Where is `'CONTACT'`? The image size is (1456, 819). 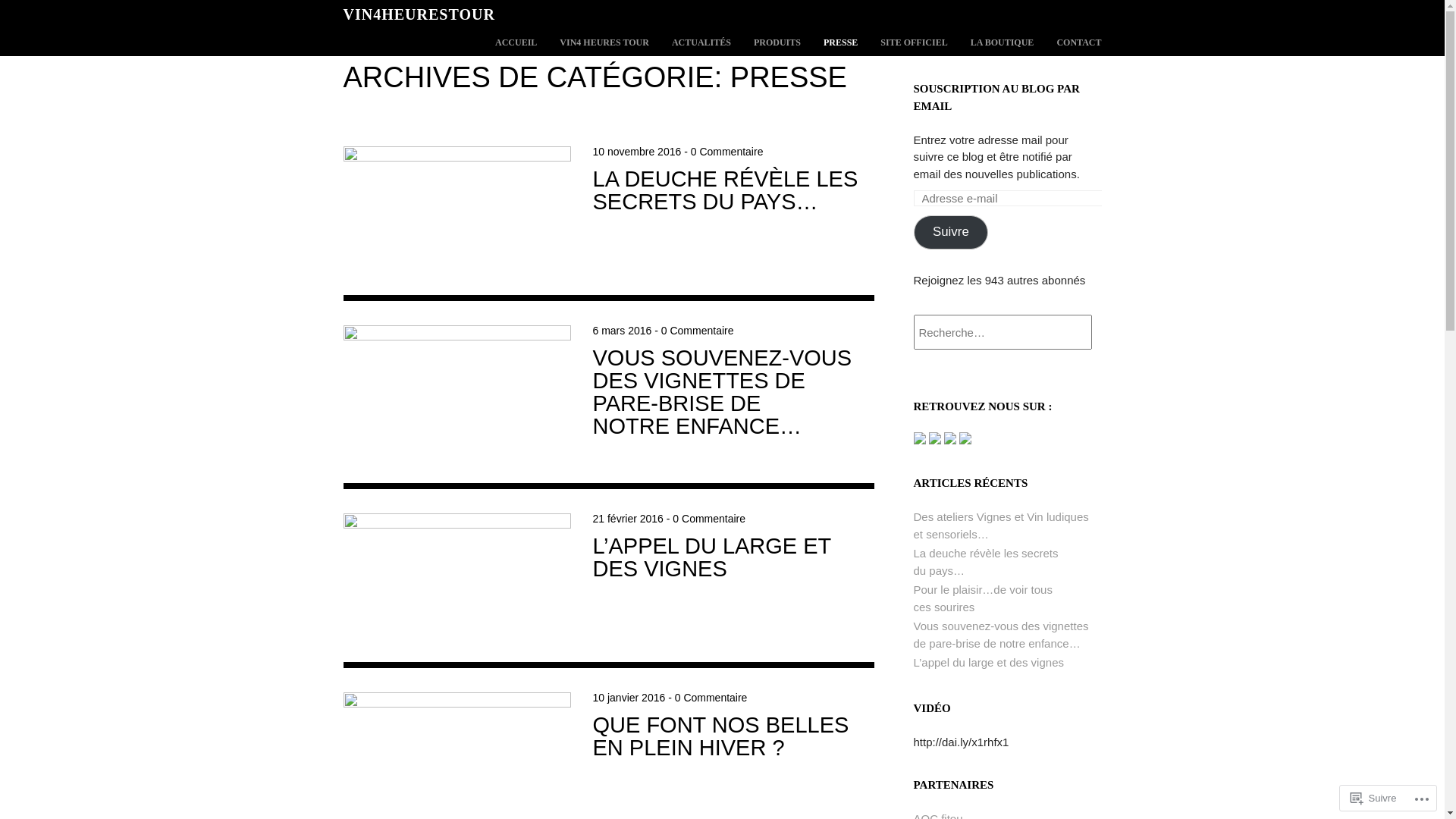 'CONTACT' is located at coordinates (1078, 42).